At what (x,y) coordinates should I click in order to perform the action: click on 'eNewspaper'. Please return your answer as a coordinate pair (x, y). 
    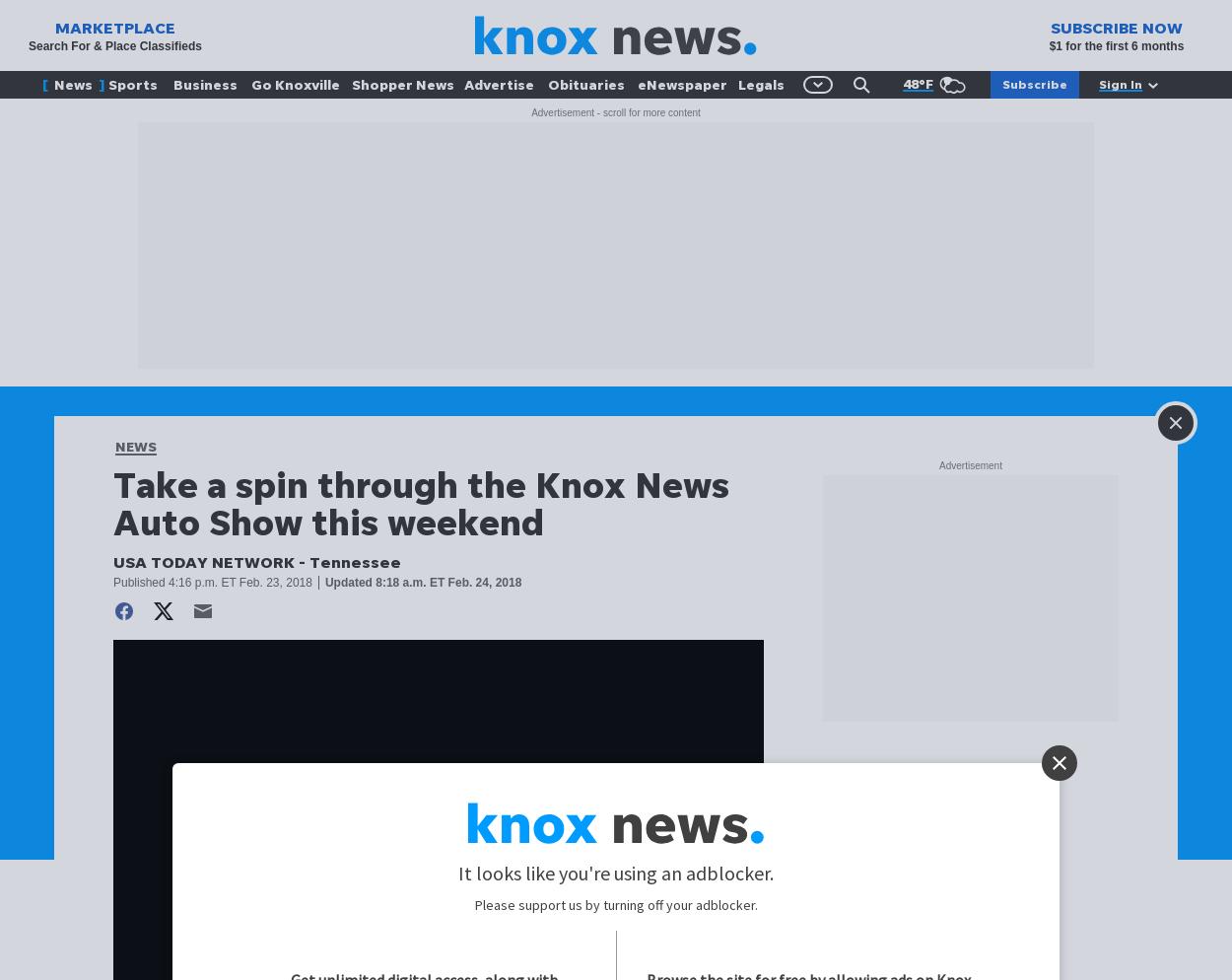
    Looking at the image, I should click on (680, 84).